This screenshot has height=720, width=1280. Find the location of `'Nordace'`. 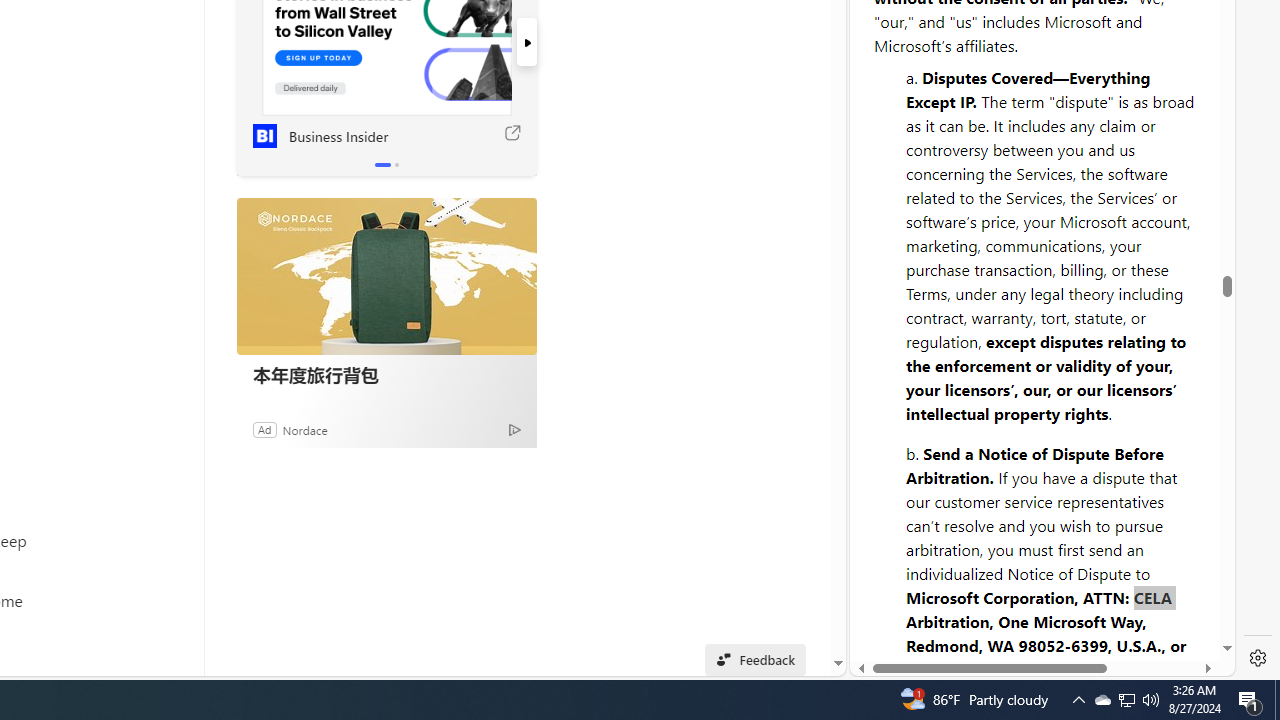

'Nordace' is located at coordinates (303, 428).